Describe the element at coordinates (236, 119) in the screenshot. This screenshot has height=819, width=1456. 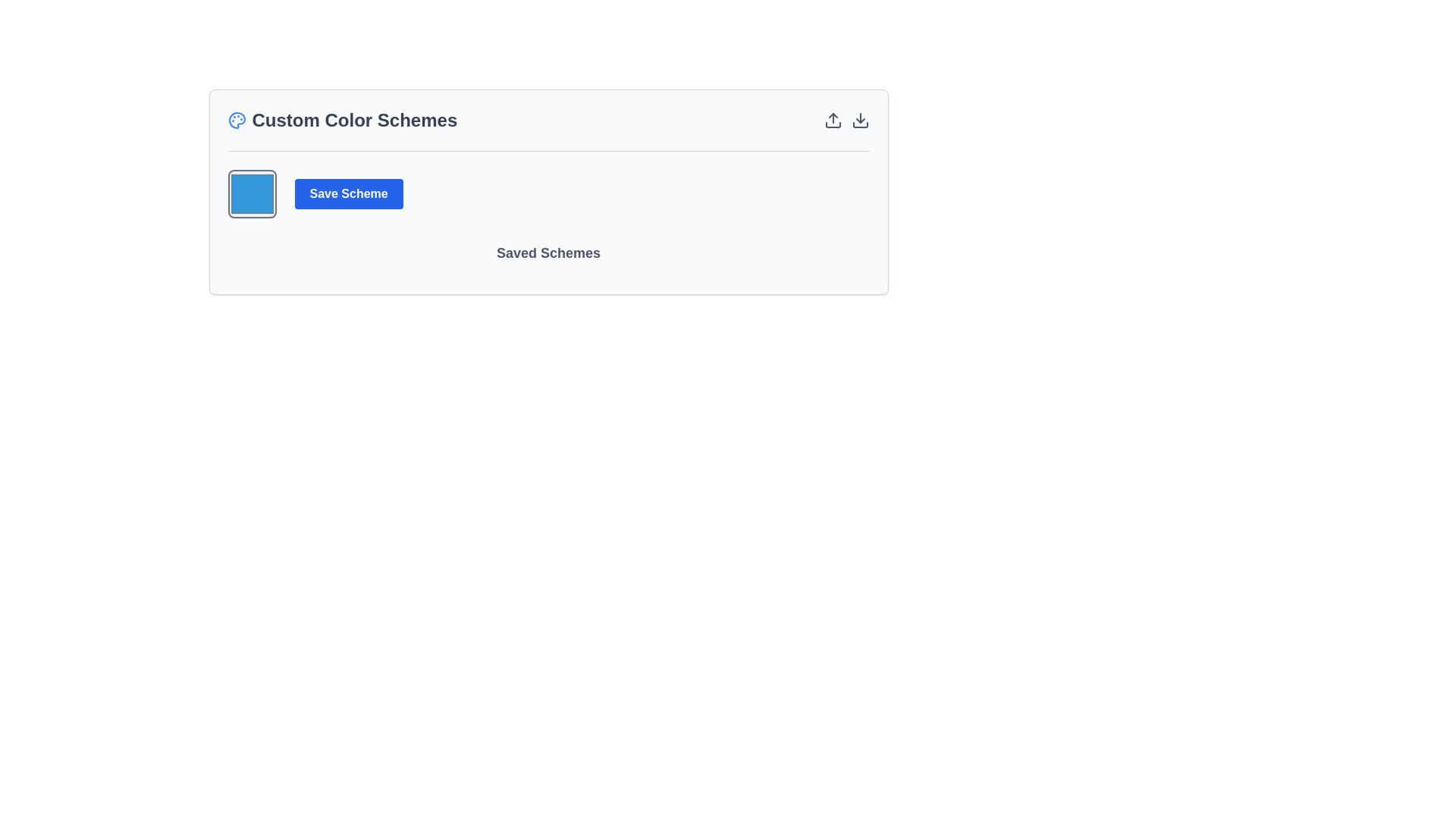
I see `the palette icon located to the left of the 'Custom Color Schemes' section title` at that location.